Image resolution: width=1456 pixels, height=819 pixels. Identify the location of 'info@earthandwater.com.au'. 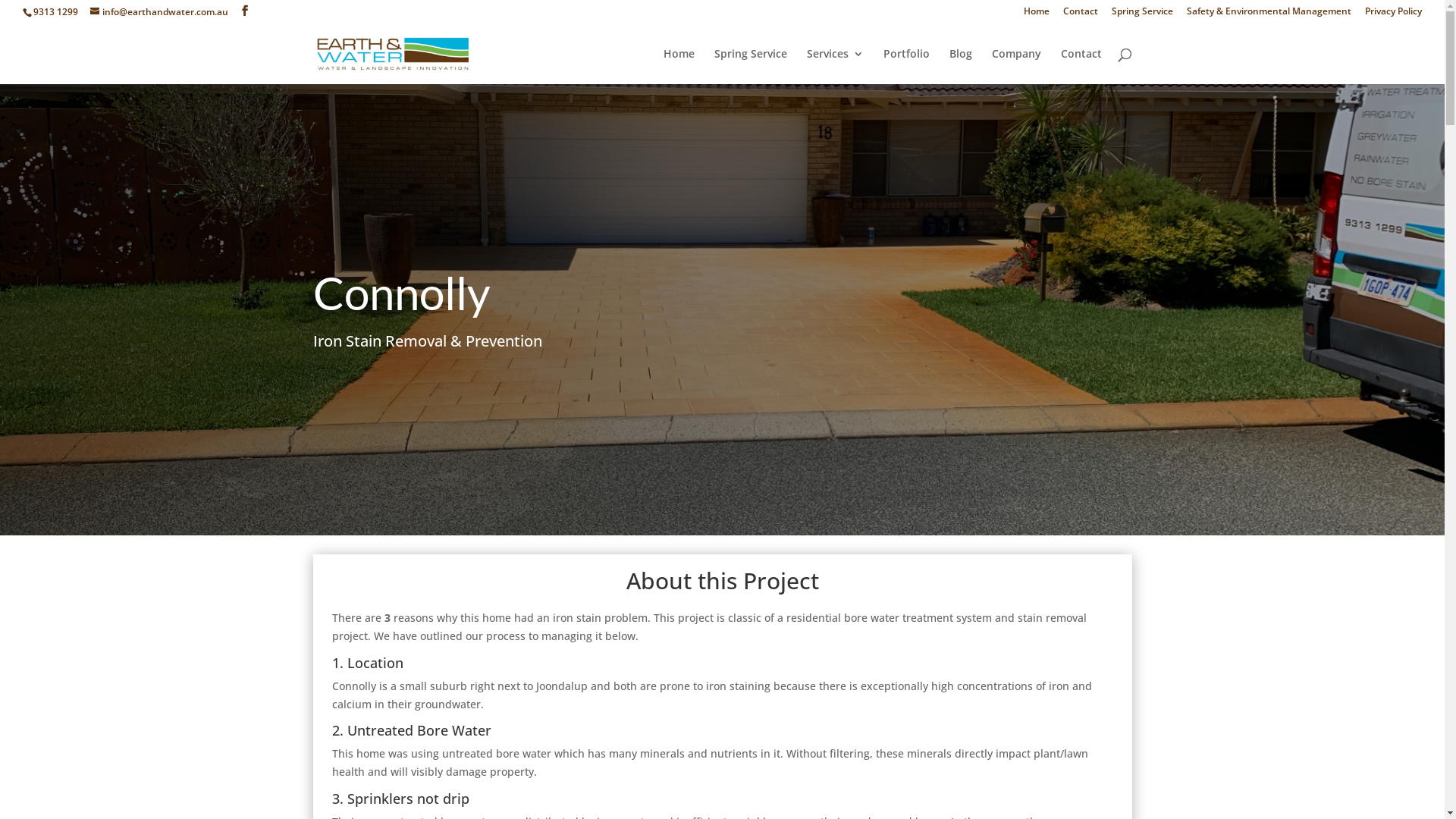
(89, 11).